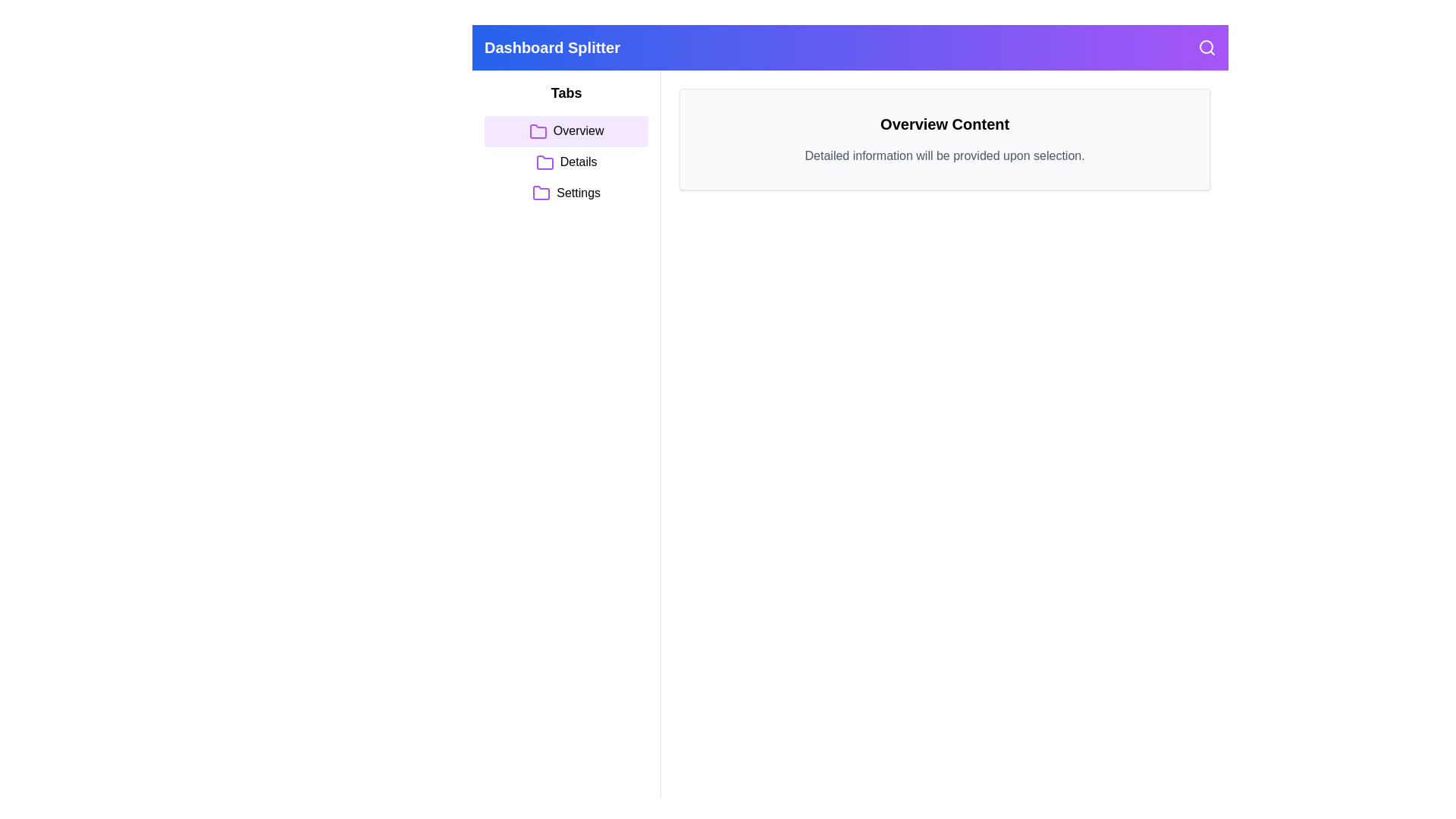 This screenshot has width=1456, height=819. Describe the element at coordinates (566, 162) in the screenshot. I see `the 'Details' menu item, which is the second item in the vertical sidebar menu with a purple folder icon` at that location.